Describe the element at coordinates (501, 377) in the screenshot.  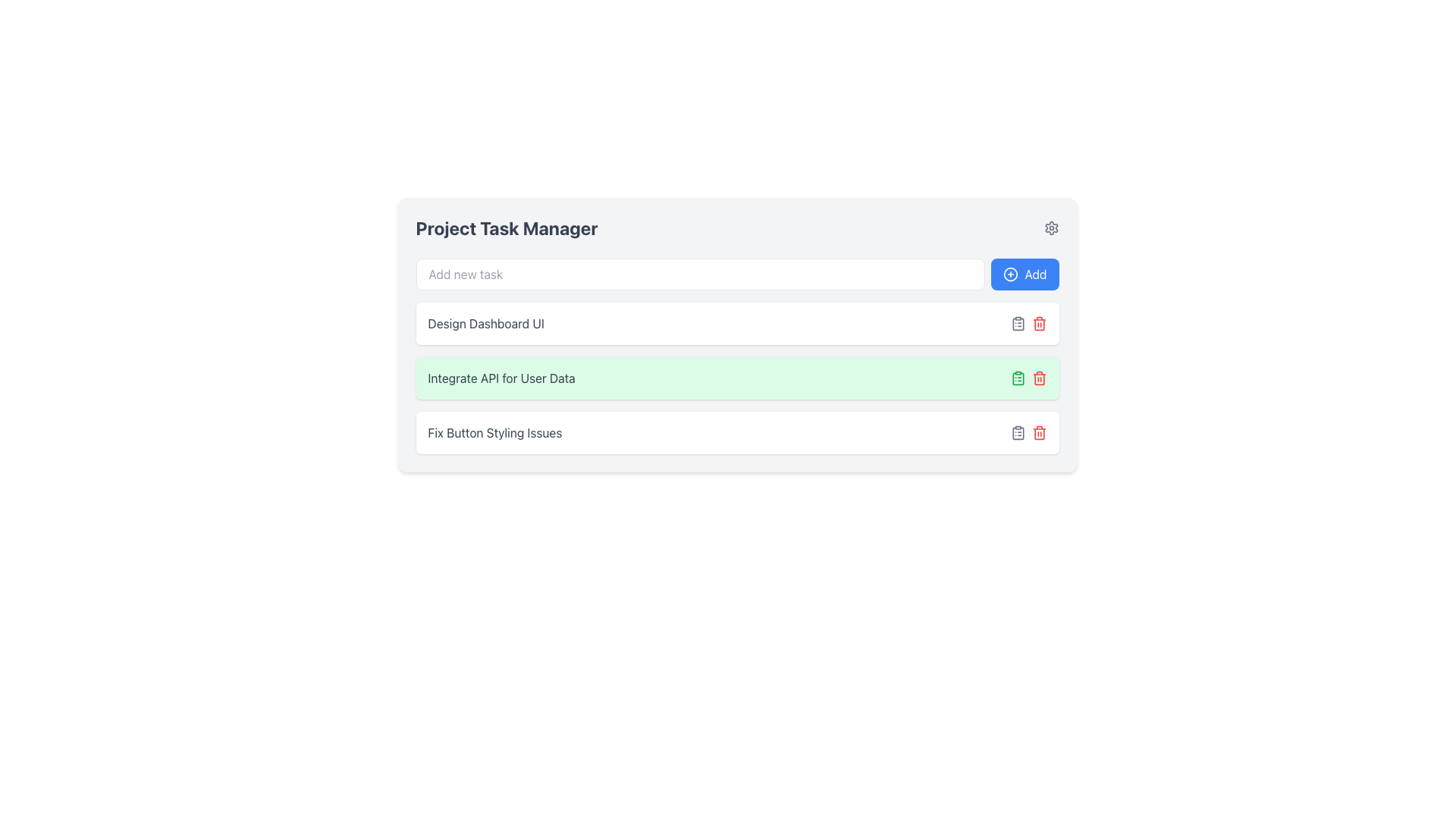
I see `text displayed in the second task entry of the 'Project Task Manager' interface, which provides information about the task's content or purpose` at that location.